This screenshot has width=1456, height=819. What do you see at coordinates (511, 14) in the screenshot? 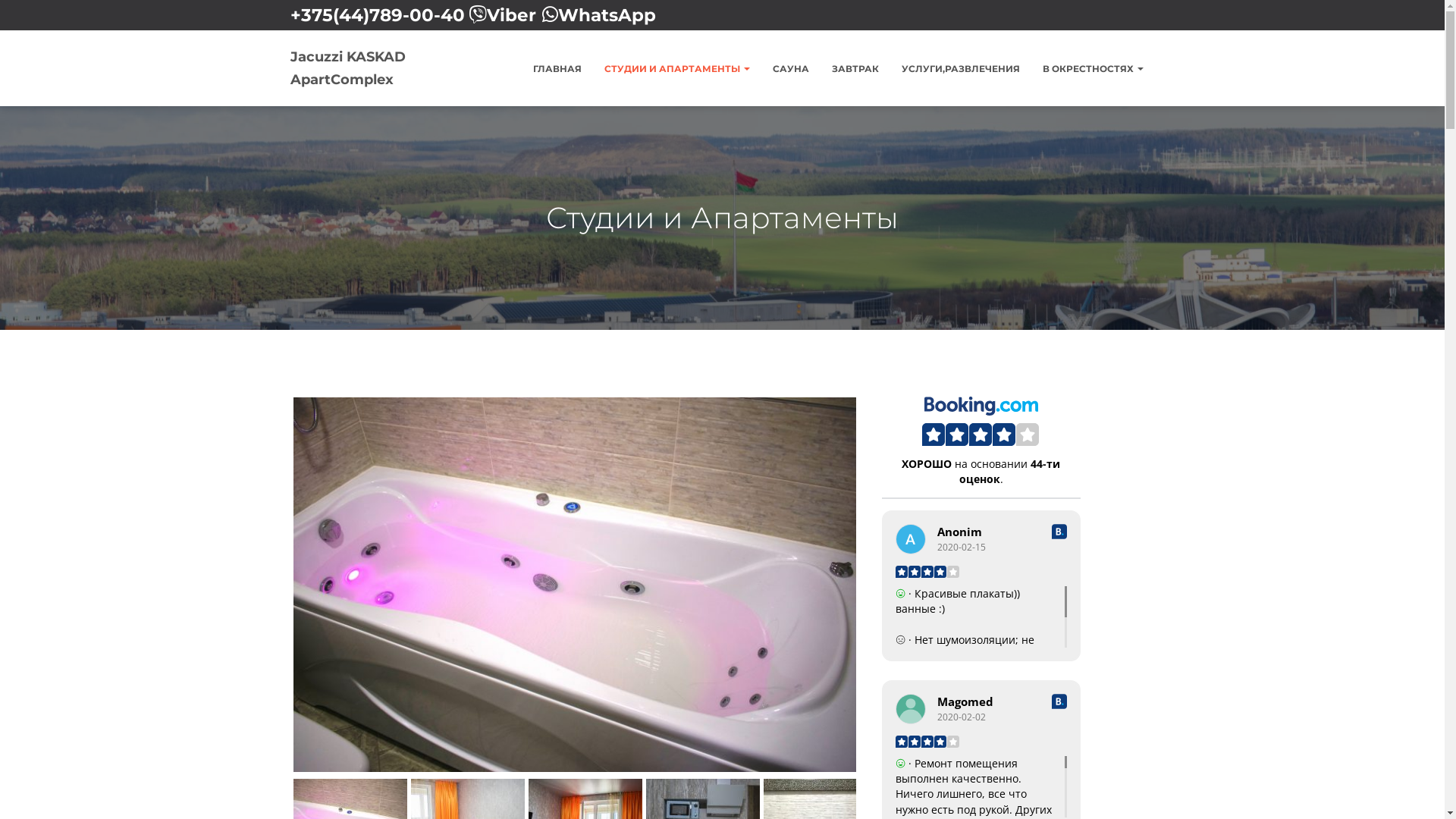
I see `'Viber'` at bounding box center [511, 14].